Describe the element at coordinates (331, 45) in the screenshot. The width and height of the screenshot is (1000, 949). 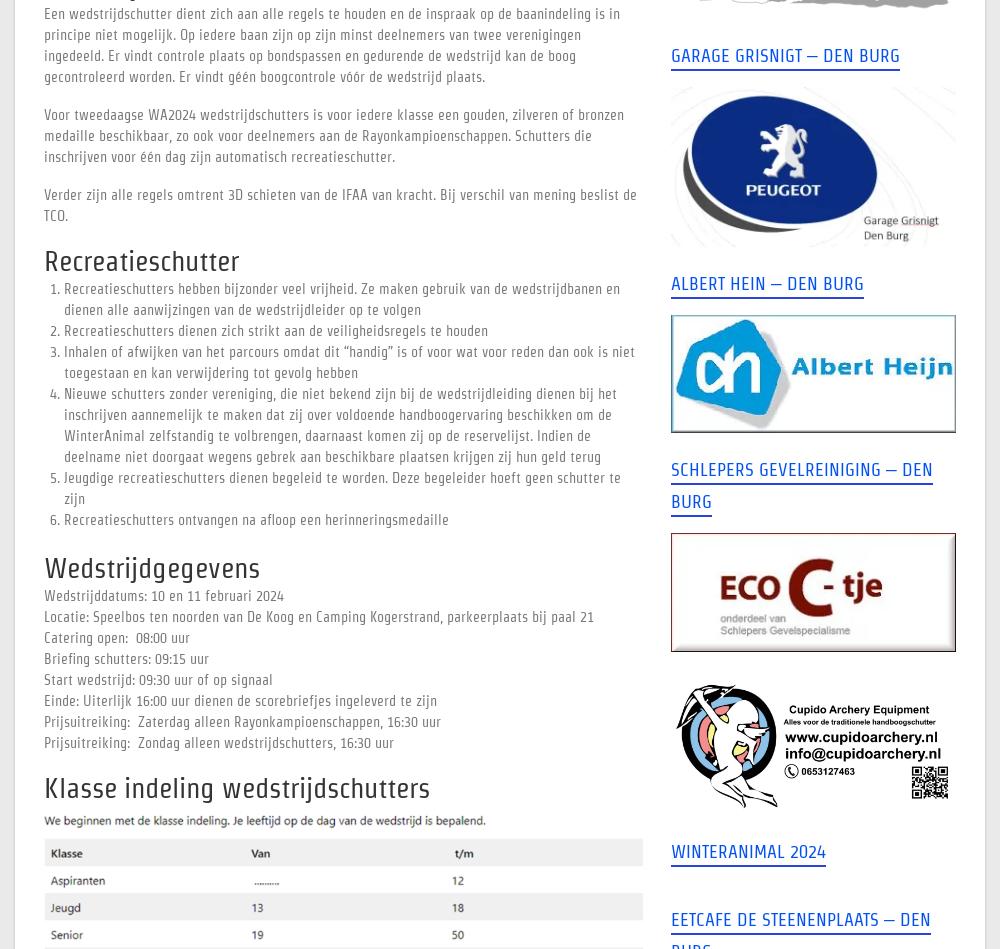
I see `'Een wedstrijdschutter dient zich aan alle regels te houden en de inspraak op de baanindeling is in principe niet mogelijk. Op iedere baan zijn op zijn minst deelnemers van twee verenigingen ingedeeld. Er vindt controle plaats op bondspassen en gedurende de wedstrijd kan de boog gecontroleerd worden. Er vindt géén boogcontrole vóór de wedstrijd plaats.'` at that location.